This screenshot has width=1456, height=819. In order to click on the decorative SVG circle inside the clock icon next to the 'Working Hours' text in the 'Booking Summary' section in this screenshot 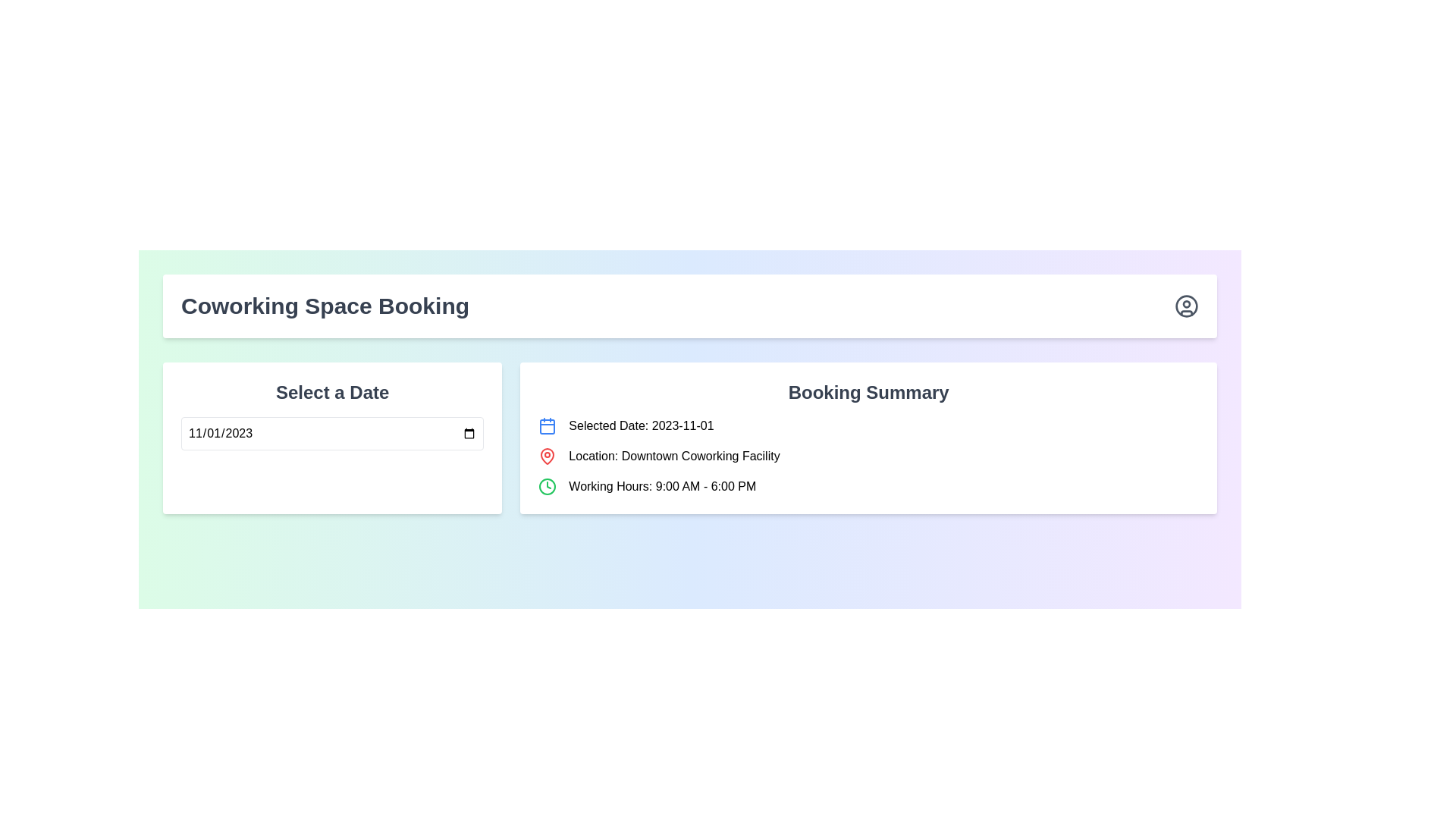, I will do `click(547, 486)`.